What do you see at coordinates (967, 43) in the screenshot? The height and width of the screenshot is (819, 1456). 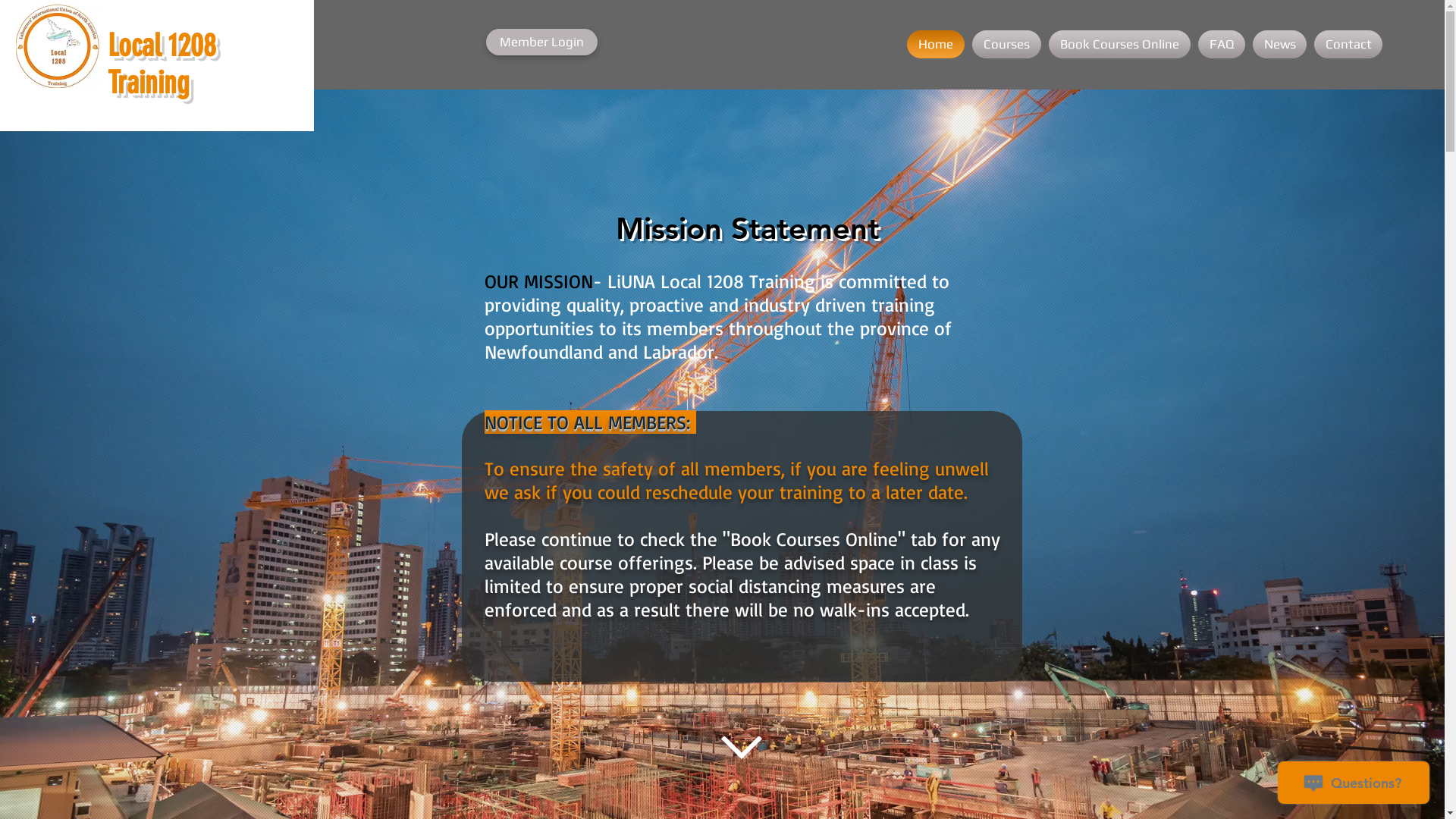 I see `'Courses'` at bounding box center [967, 43].